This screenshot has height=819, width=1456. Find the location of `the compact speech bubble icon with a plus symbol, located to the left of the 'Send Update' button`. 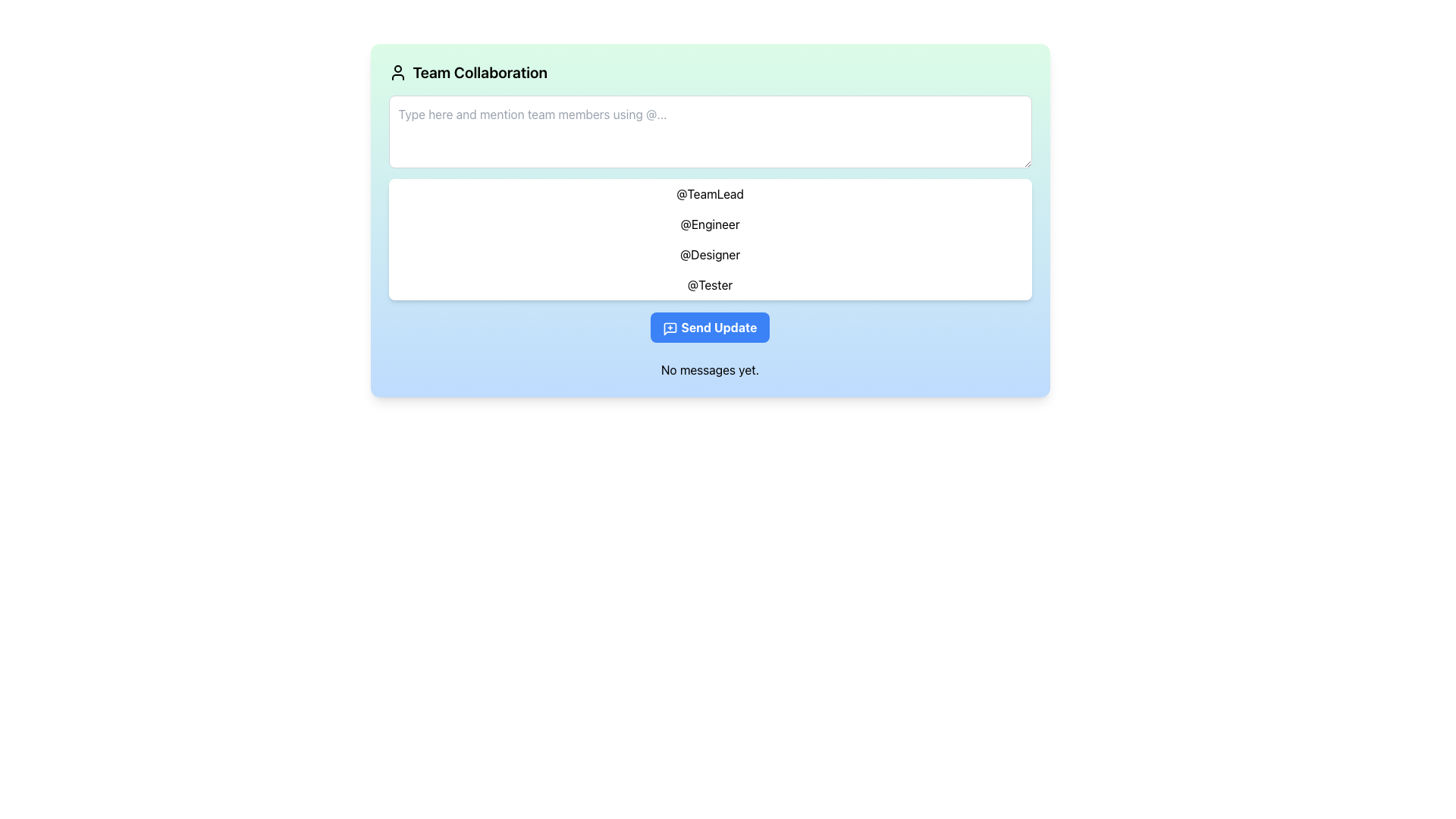

the compact speech bubble icon with a plus symbol, located to the left of the 'Send Update' button is located at coordinates (670, 328).